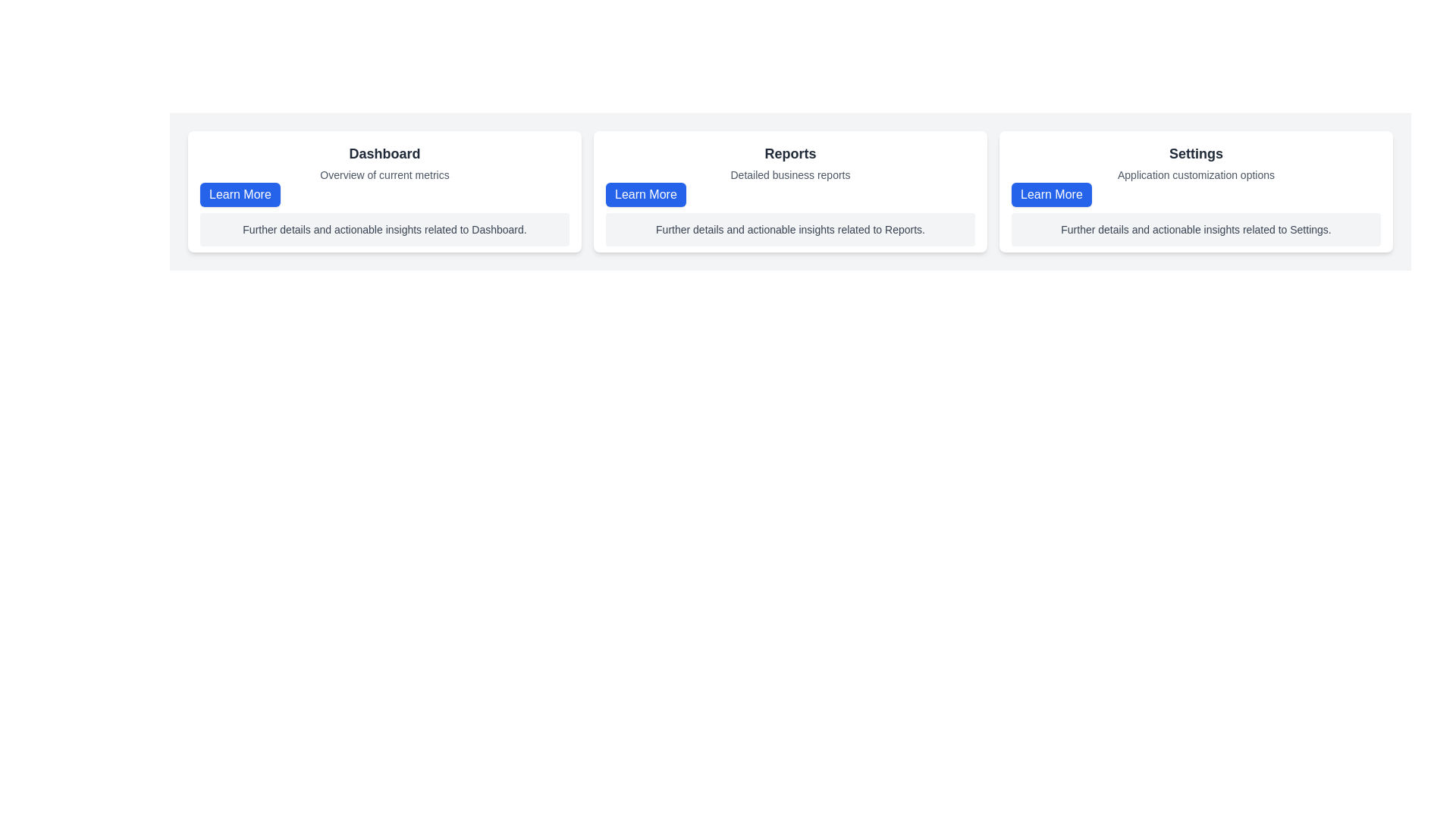  What do you see at coordinates (384, 174) in the screenshot?
I see `the static text label that provides additional descriptive information about the 'Dashboard', positioned below the larger 'Dashboard' text in the central section of the interface` at bounding box center [384, 174].